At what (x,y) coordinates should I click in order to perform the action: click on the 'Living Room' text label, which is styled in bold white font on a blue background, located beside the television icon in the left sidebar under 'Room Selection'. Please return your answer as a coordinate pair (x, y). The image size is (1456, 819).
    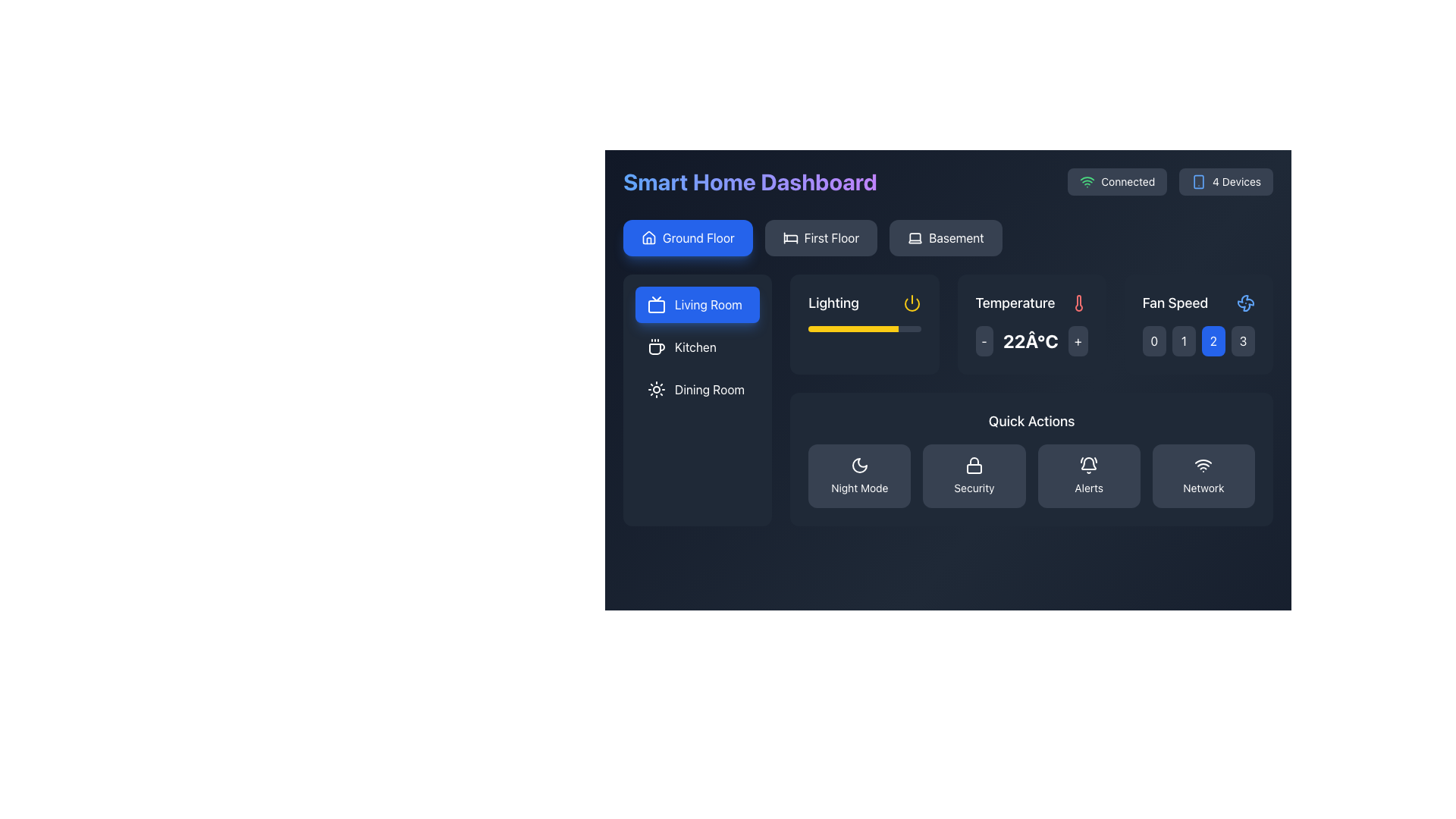
    Looking at the image, I should click on (708, 304).